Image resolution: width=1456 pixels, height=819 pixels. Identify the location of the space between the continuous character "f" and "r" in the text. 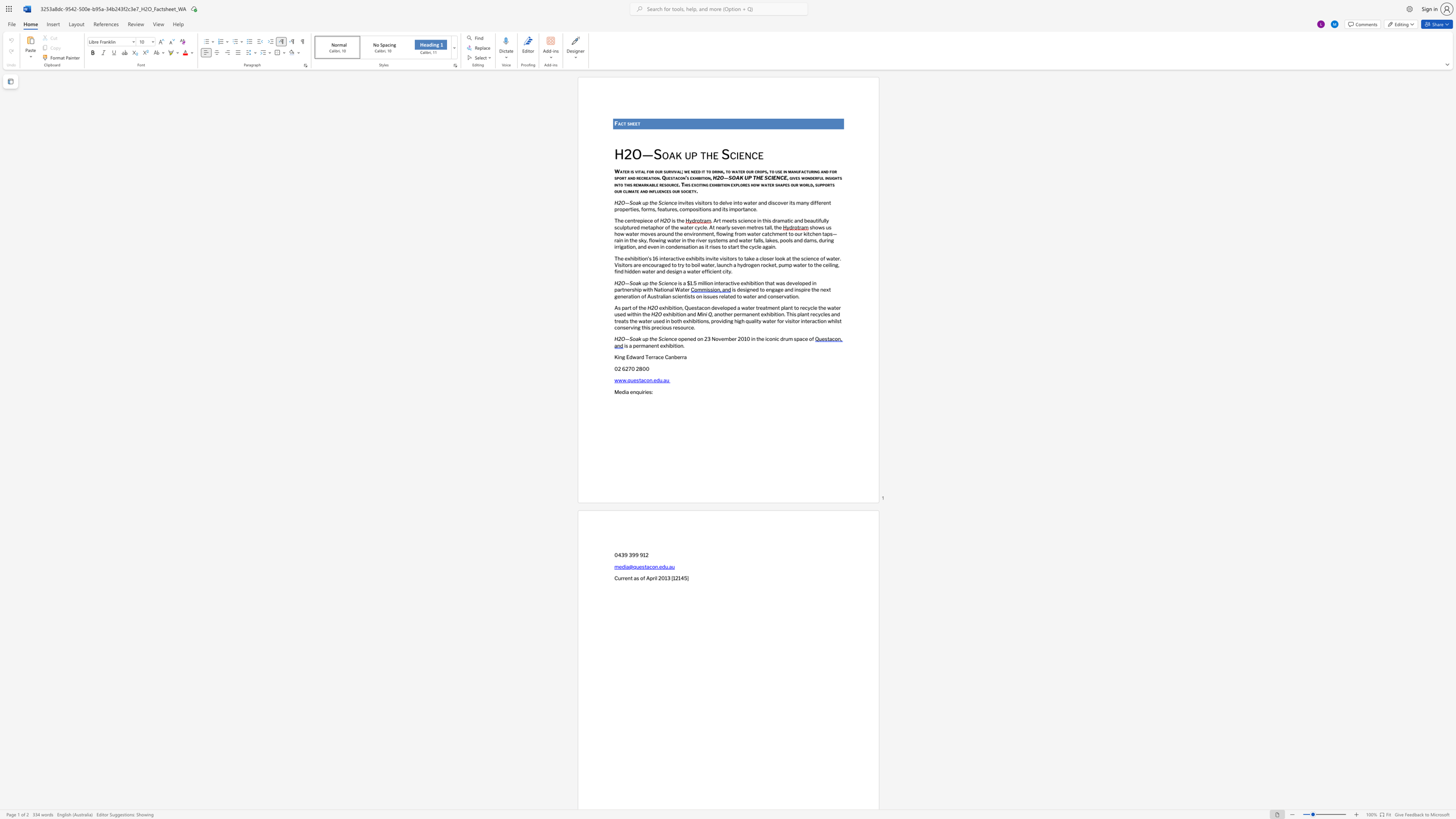
(736, 233).